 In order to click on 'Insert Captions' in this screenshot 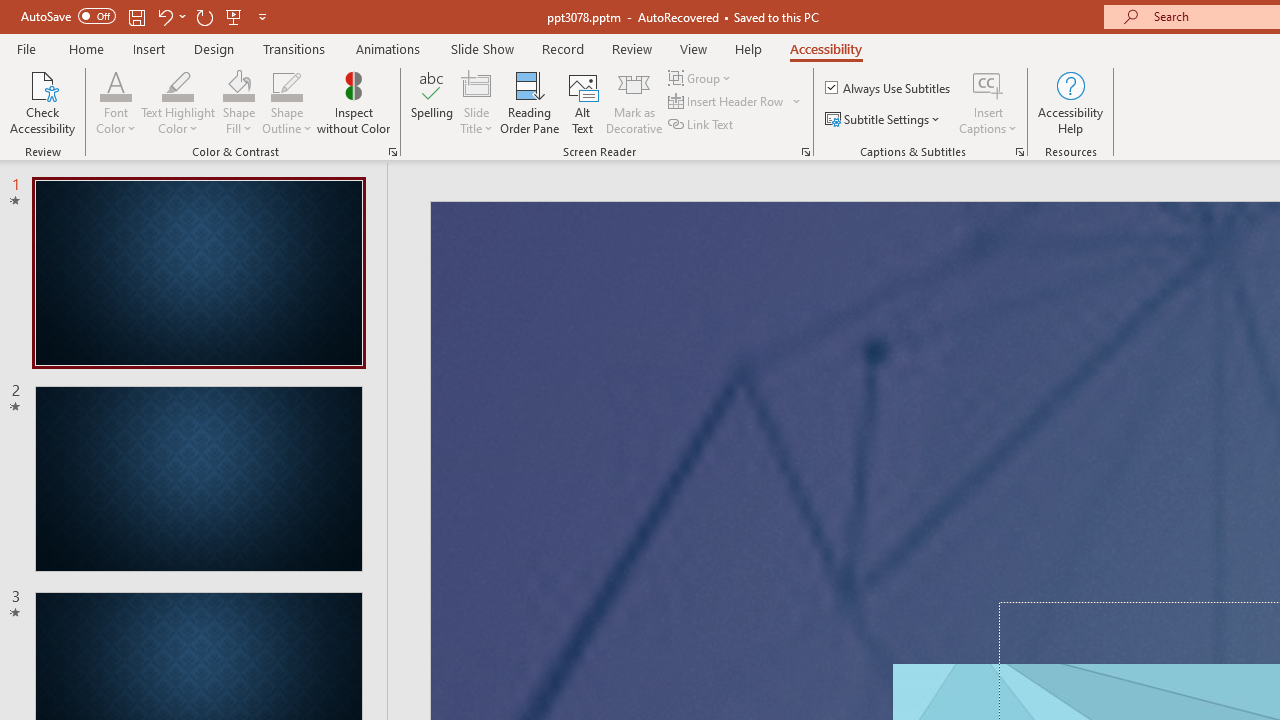, I will do `click(988, 84)`.